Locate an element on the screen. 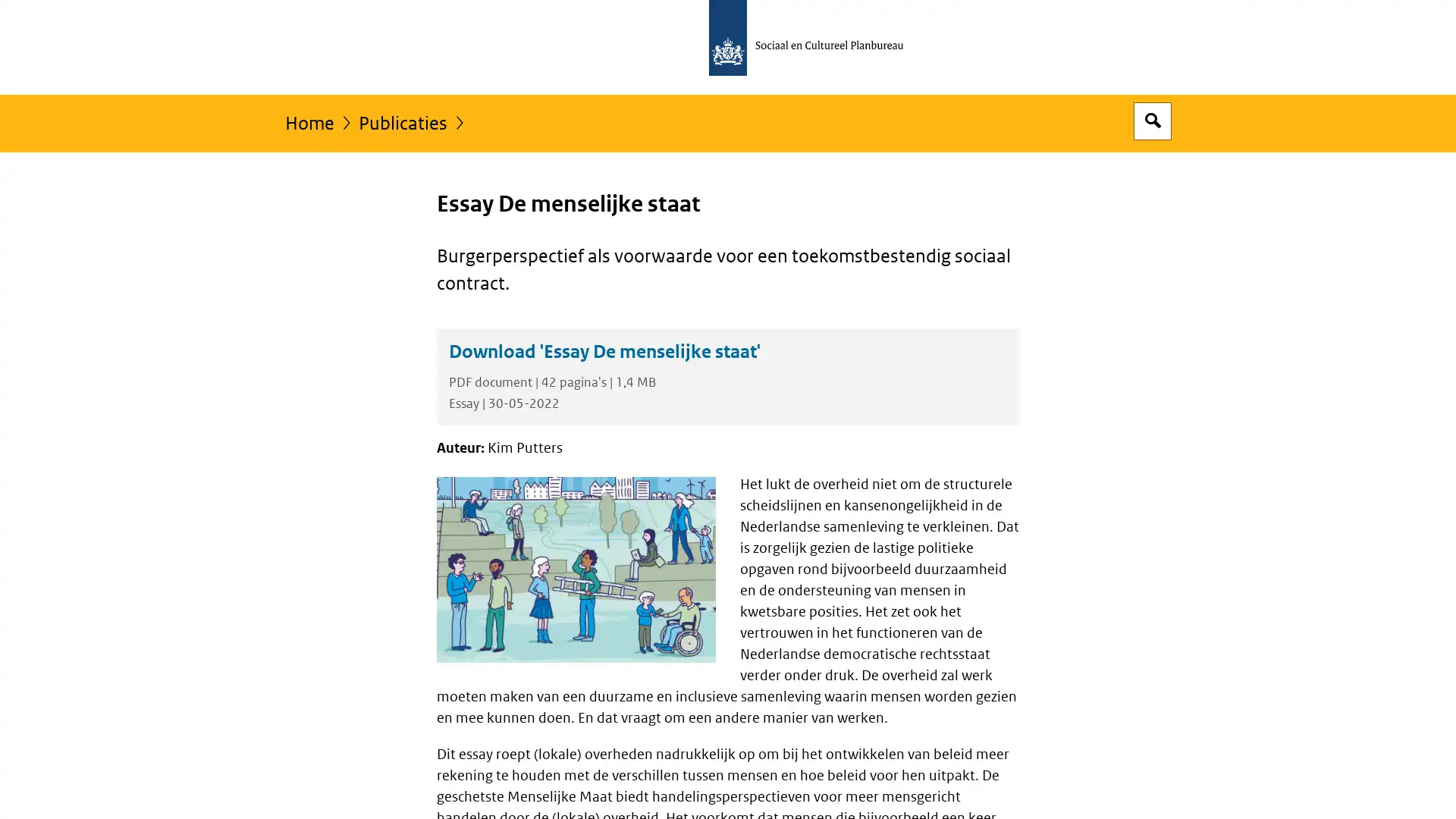  Open zoekveld is located at coordinates (1153, 120).